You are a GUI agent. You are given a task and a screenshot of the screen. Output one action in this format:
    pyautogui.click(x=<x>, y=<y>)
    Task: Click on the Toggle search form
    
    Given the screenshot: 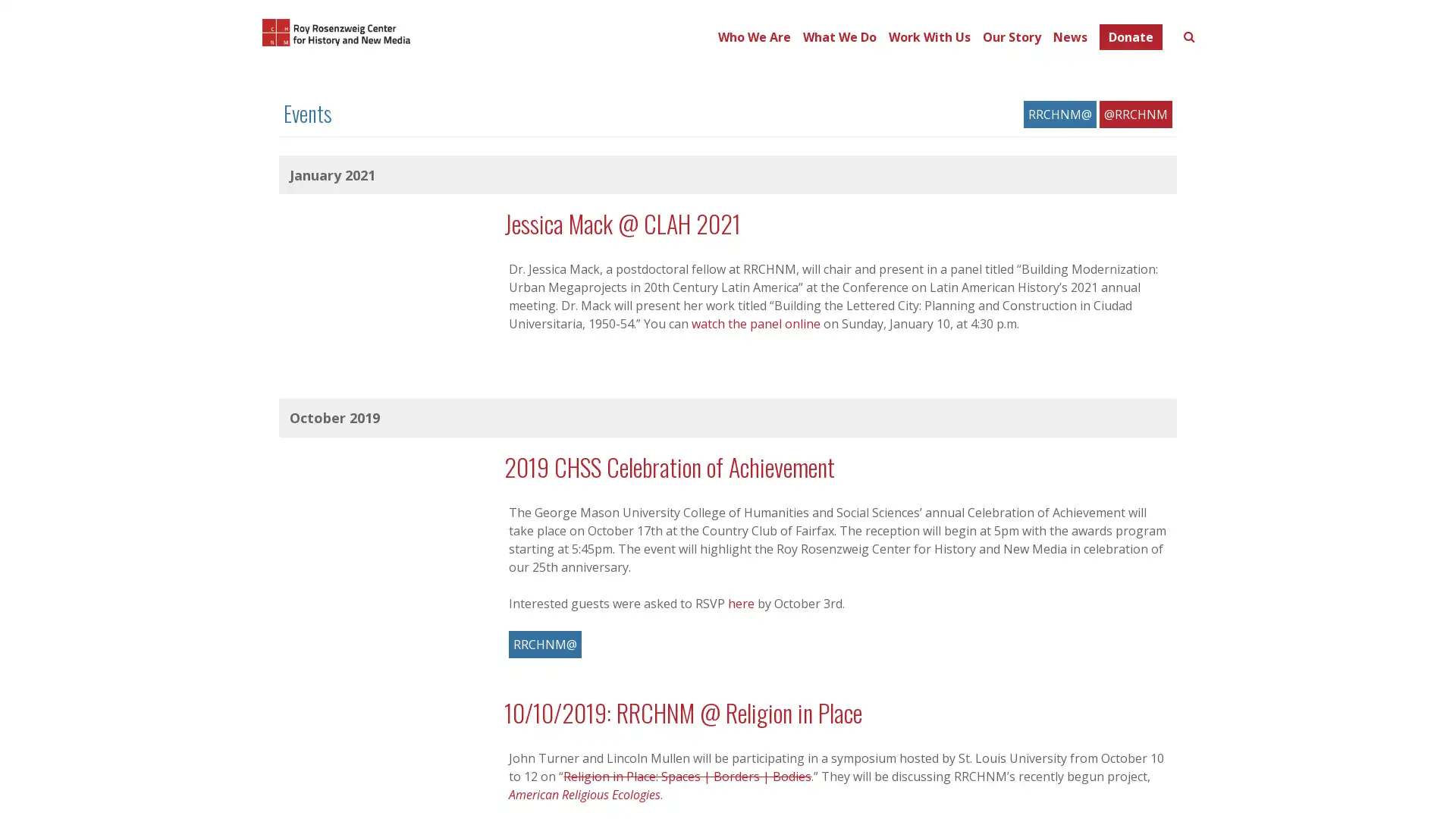 What is the action you would take?
    pyautogui.click(x=1188, y=36)
    